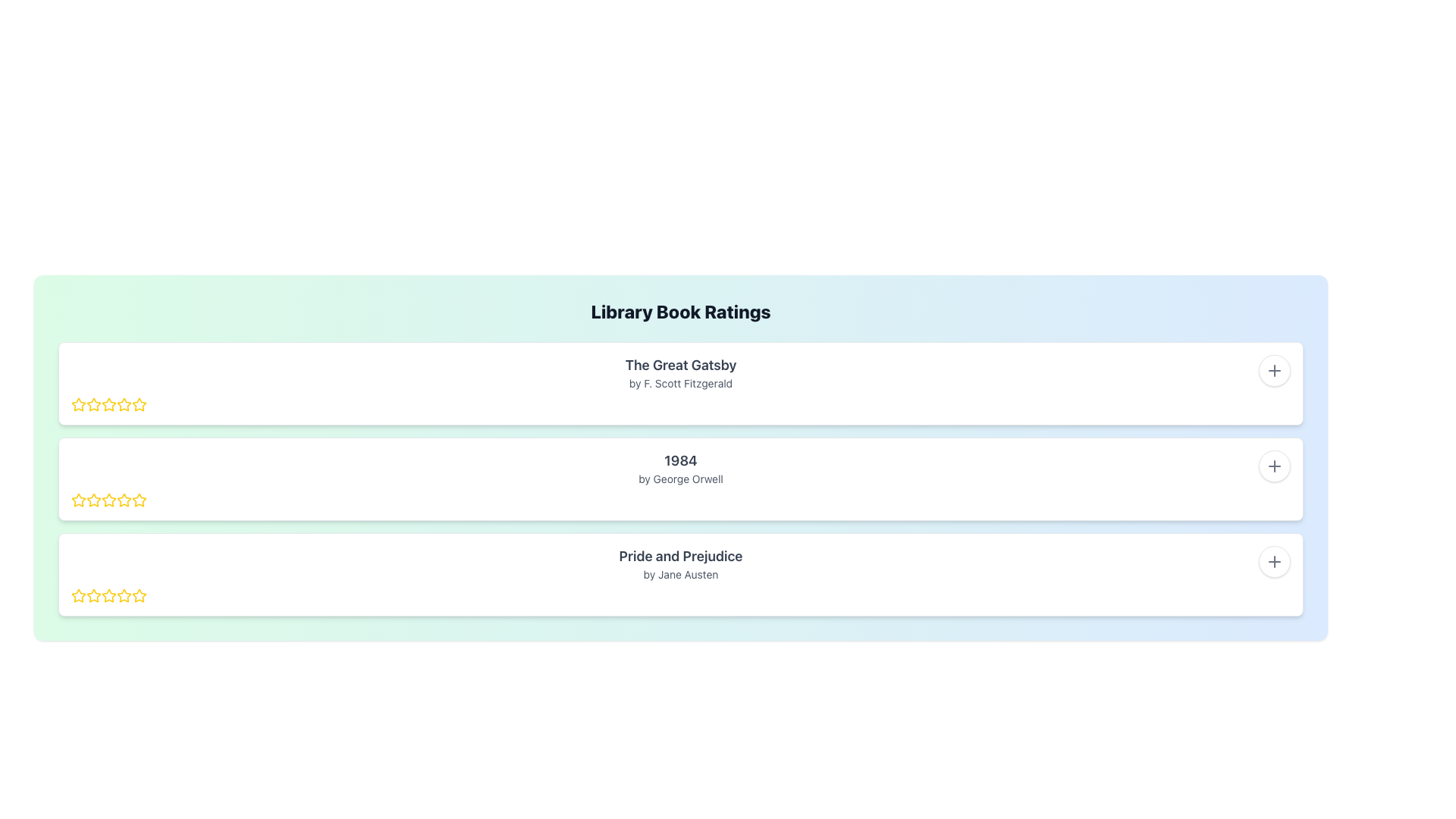 This screenshot has height=819, width=1456. I want to click on the button located, so click(1274, 371).